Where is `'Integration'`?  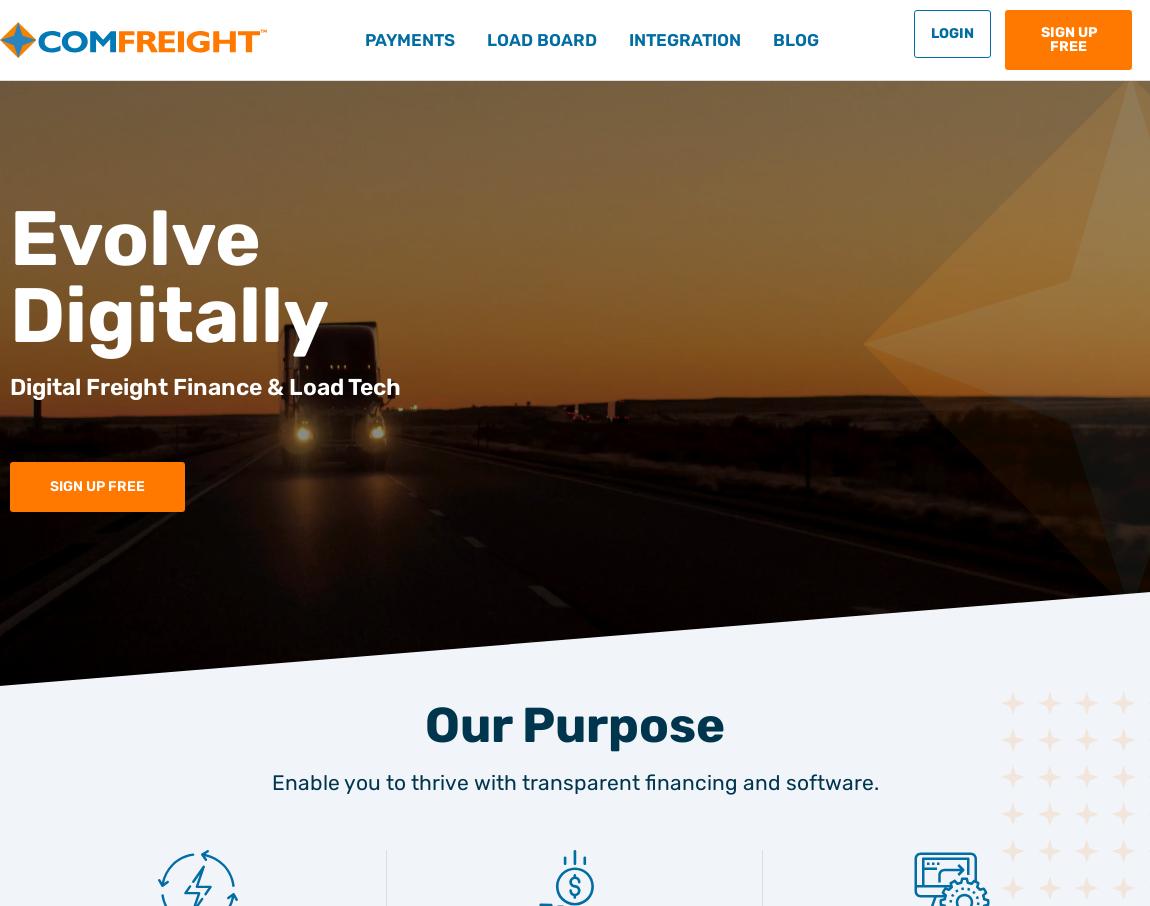 'Integration' is located at coordinates (684, 39).